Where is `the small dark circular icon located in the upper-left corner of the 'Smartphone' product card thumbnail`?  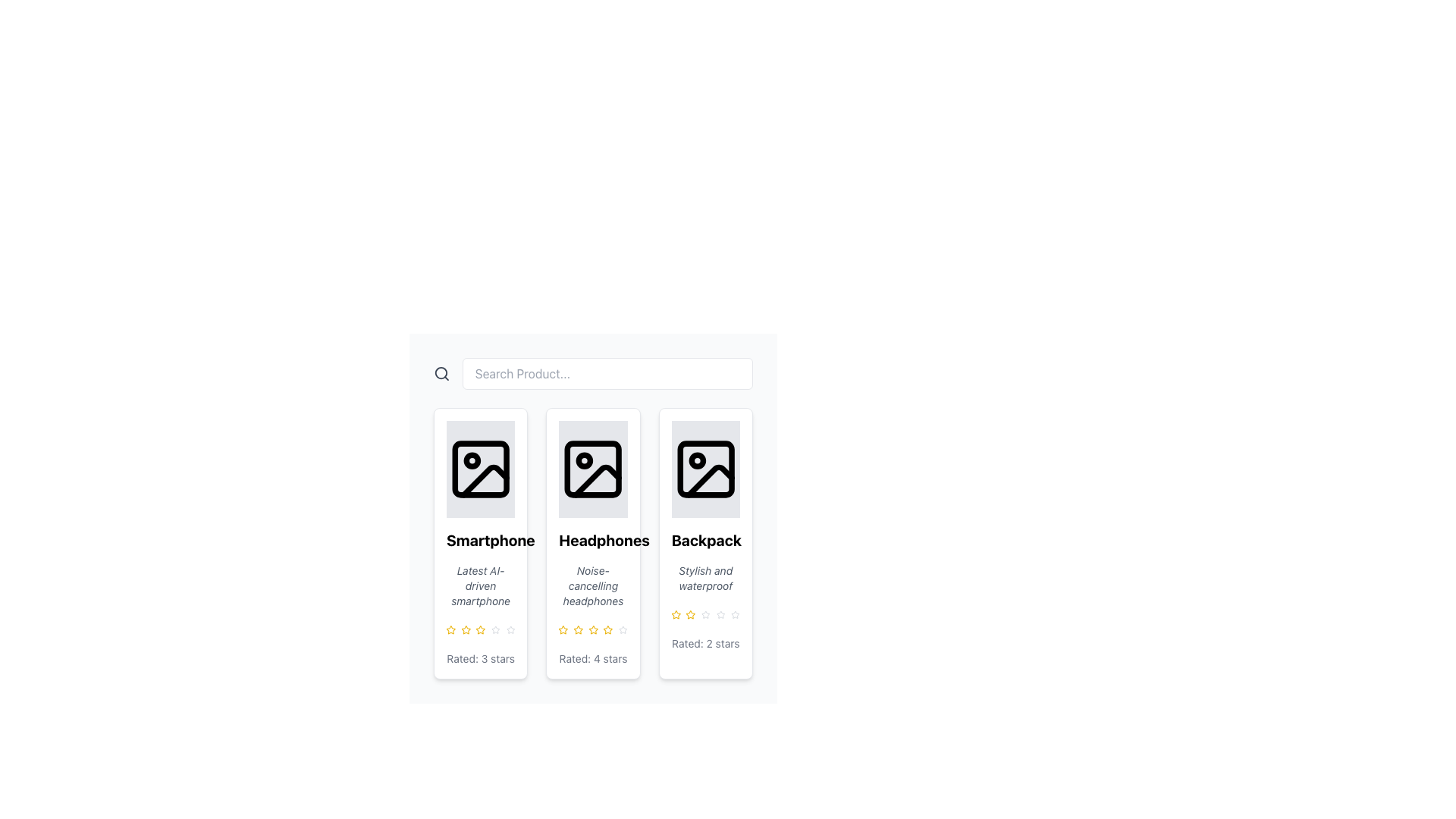
the small dark circular icon located in the upper-left corner of the 'Smartphone' product card thumbnail is located at coordinates (471, 460).